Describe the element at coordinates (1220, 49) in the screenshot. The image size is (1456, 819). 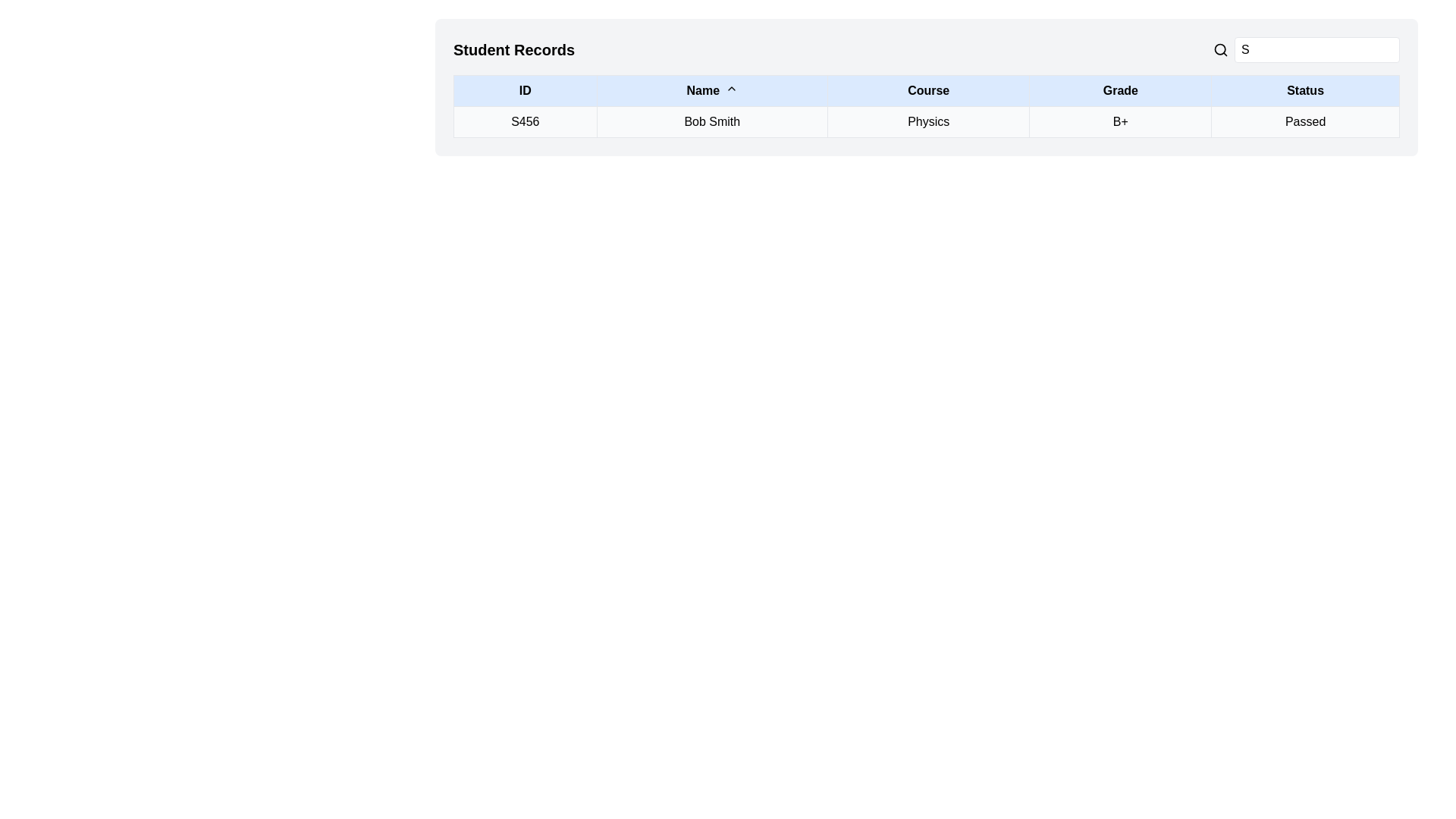
I see `the search icon located on the leftmost side of the search bar, which symbolizes the search functionality, to initiate a search` at that location.